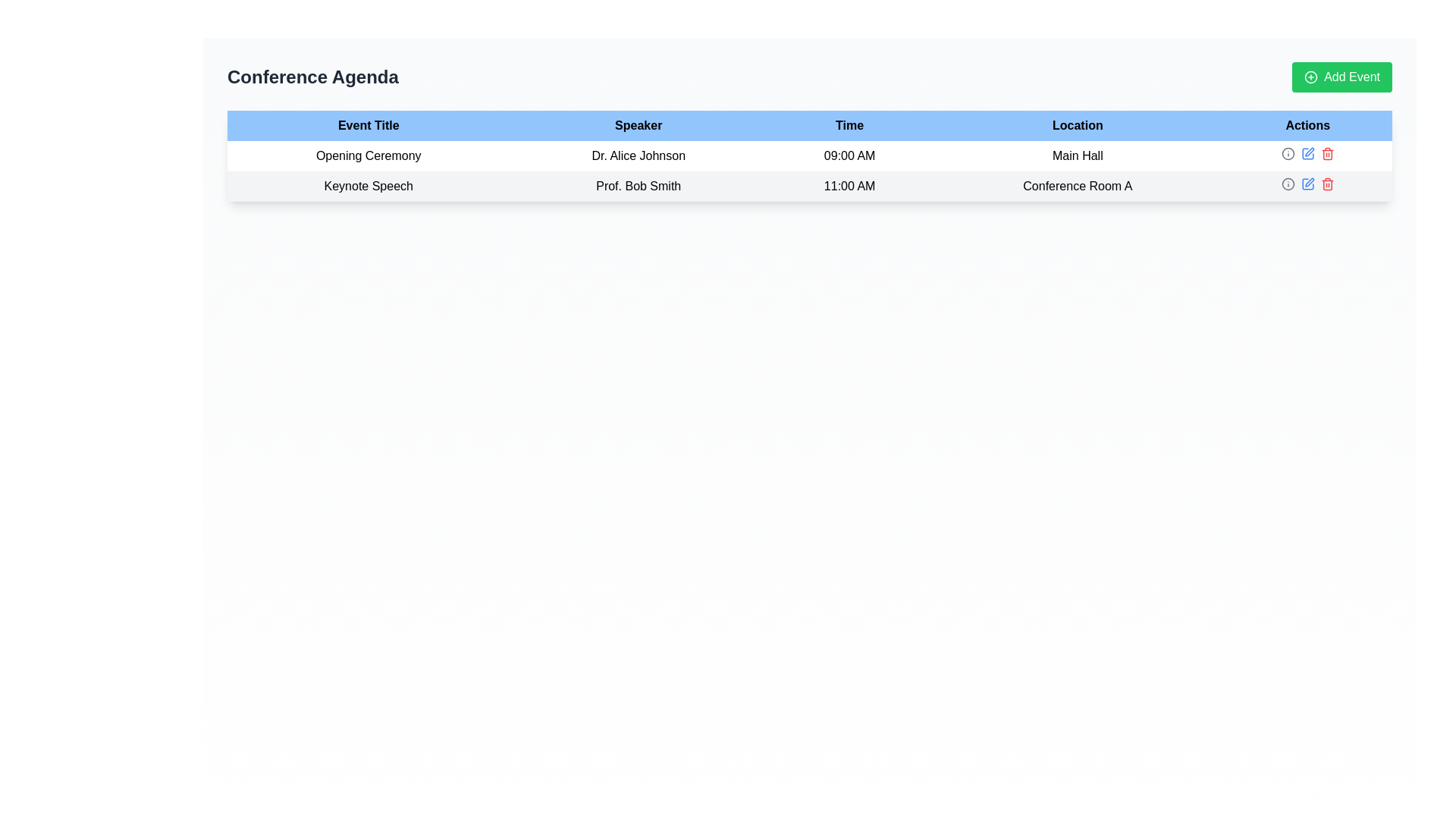  I want to click on the red trash icon button in the 'Actions' column of the second row in the 'Conference Agenda' table to observe any hovering effect, so click(1326, 184).